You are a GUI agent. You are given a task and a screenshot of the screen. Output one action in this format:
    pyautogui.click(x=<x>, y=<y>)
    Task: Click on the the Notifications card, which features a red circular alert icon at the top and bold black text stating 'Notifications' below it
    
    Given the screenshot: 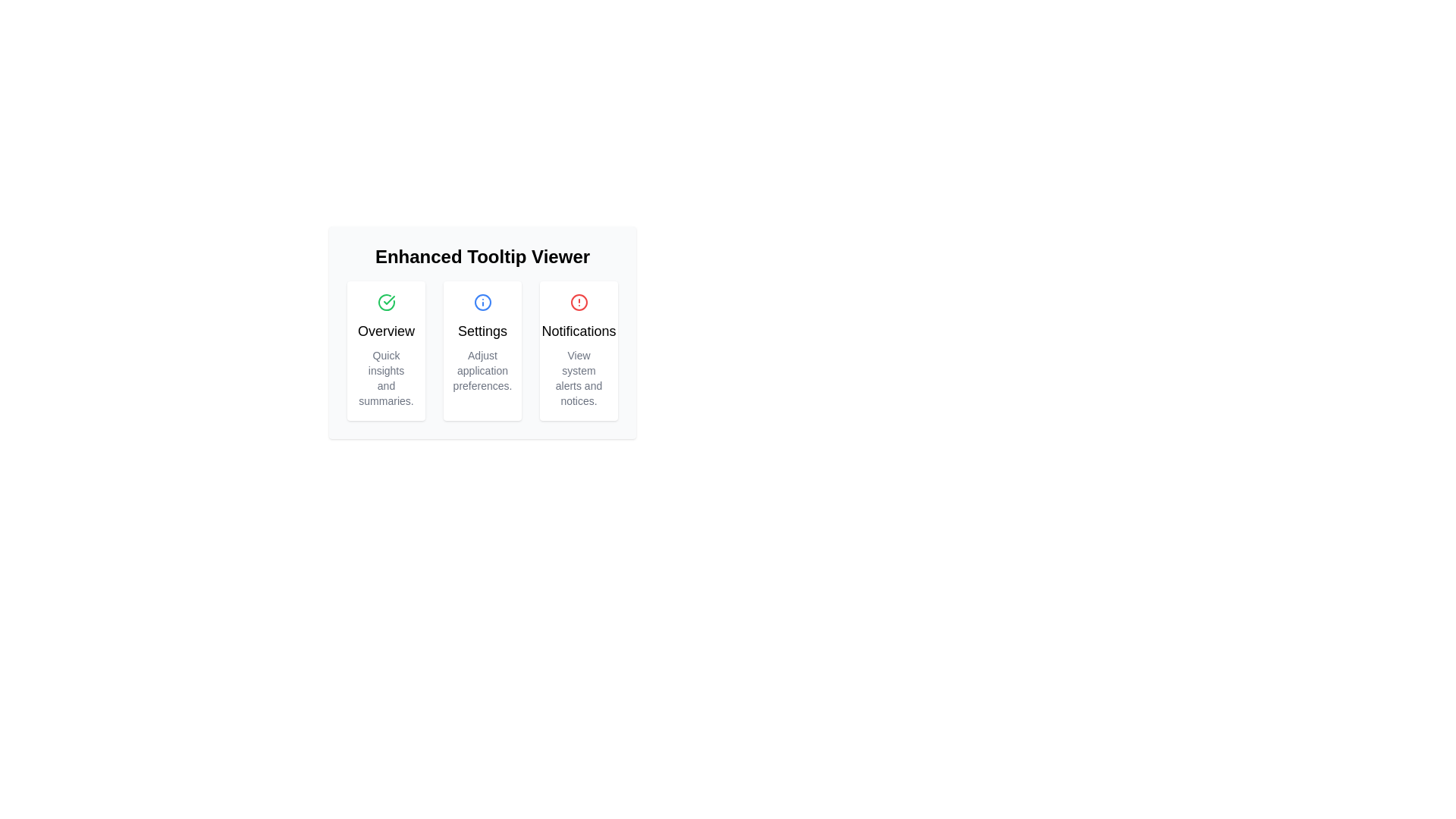 What is the action you would take?
    pyautogui.click(x=578, y=350)
    